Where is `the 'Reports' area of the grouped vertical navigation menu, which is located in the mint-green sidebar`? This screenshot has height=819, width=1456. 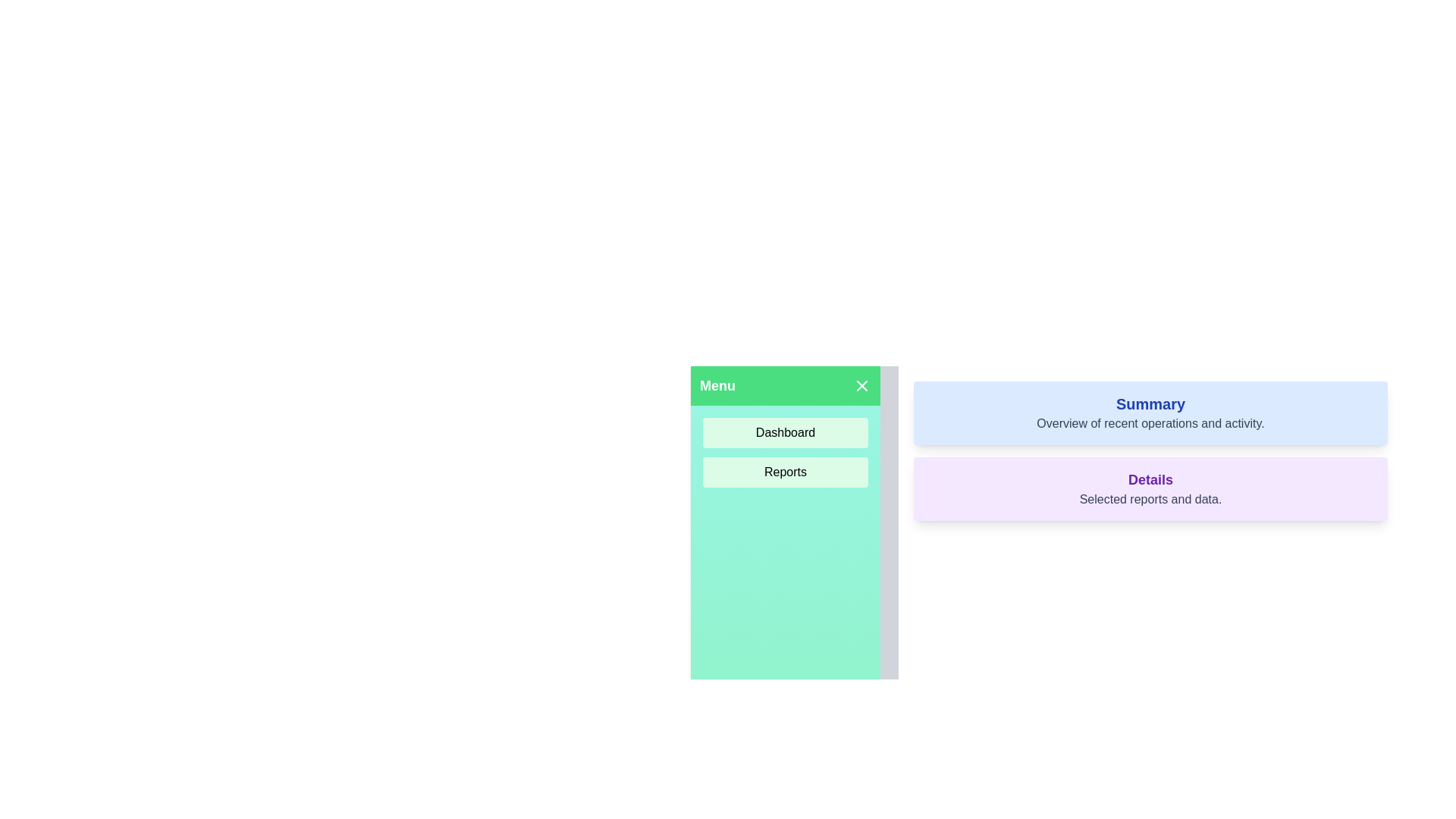 the 'Reports' area of the grouped vertical navigation menu, which is located in the mint-green sidebar is located at coordinates (786, 452).